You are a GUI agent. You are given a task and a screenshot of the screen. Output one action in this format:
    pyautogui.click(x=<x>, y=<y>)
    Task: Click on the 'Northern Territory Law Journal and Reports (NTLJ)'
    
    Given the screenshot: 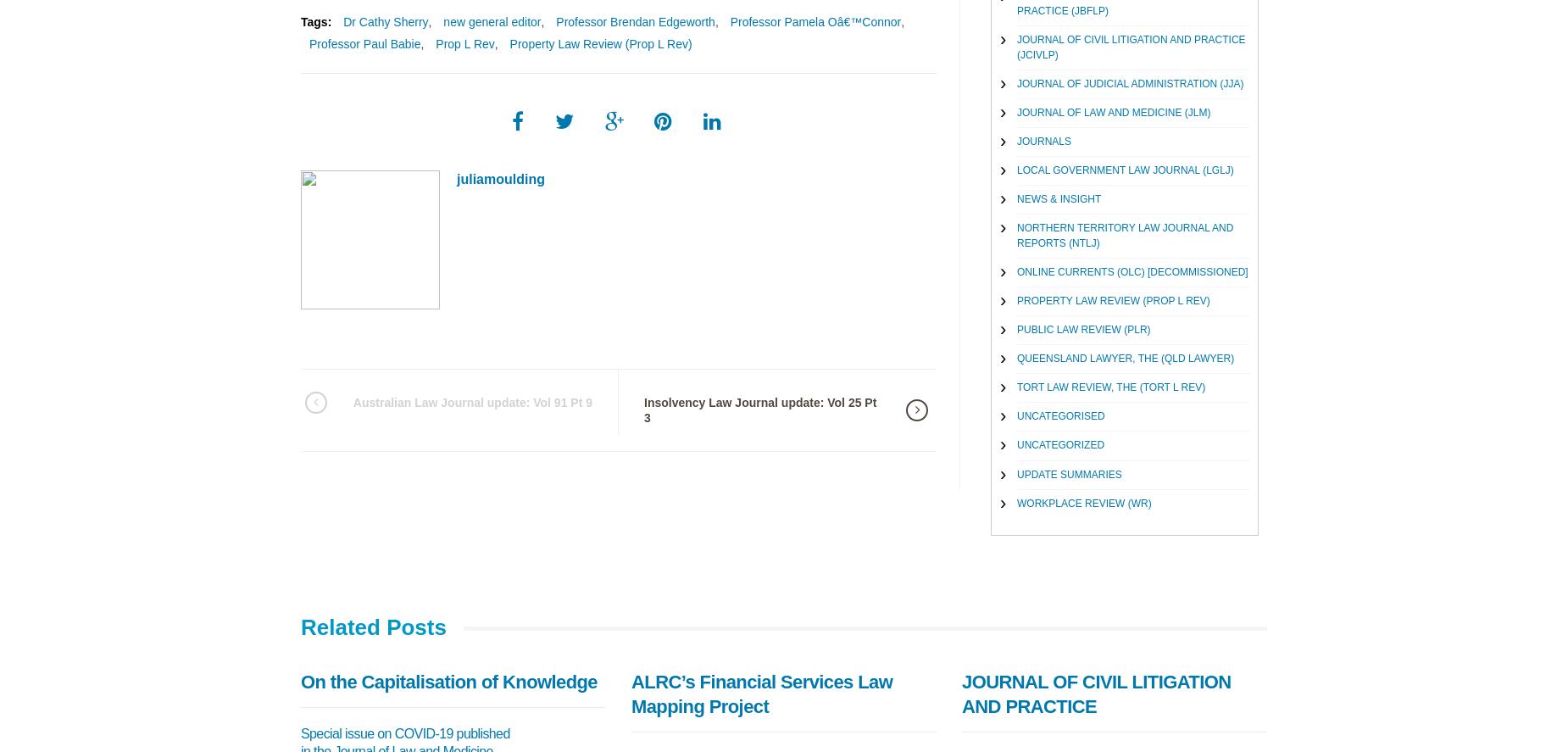 What is the action you would take?
    pyautogui.click(x=1124, y=234)
    